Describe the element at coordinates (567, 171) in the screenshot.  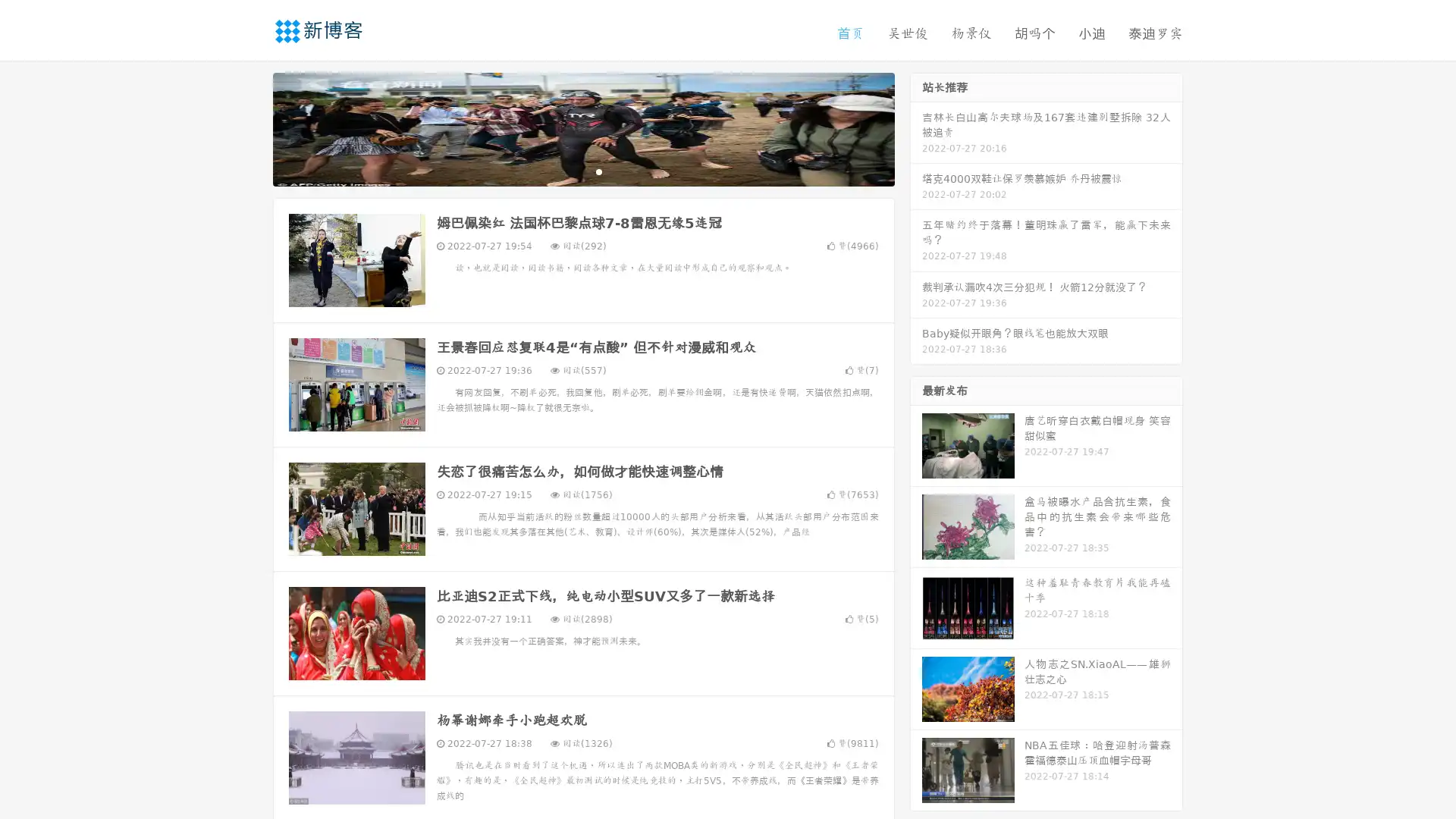
I see `Go to slide 1` at that location.